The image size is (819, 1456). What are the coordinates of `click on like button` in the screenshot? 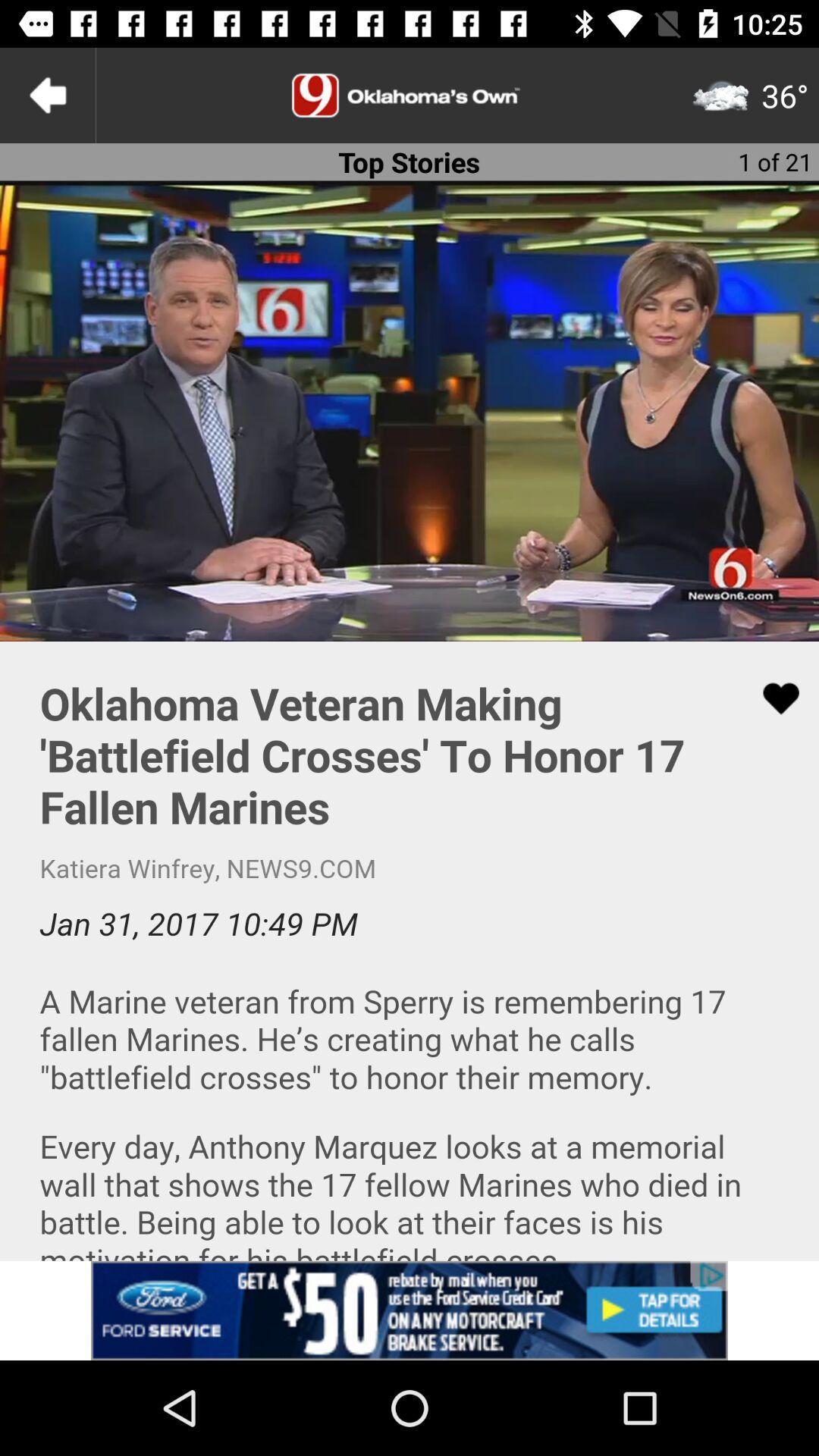 It's located at (771, 698).